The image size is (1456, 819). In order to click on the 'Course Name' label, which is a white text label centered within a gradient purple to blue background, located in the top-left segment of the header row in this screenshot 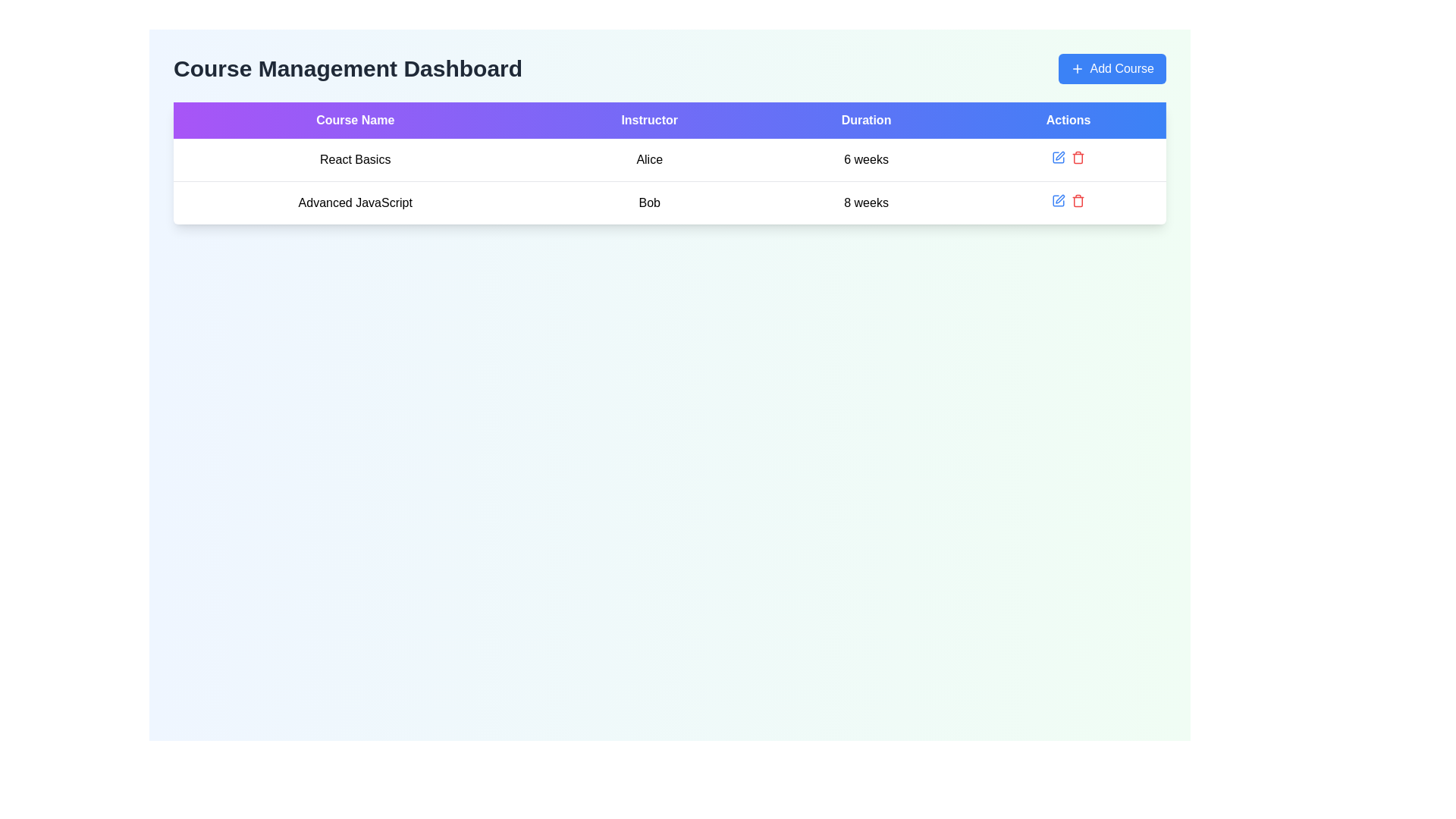, I will do `click(354, 119)`.